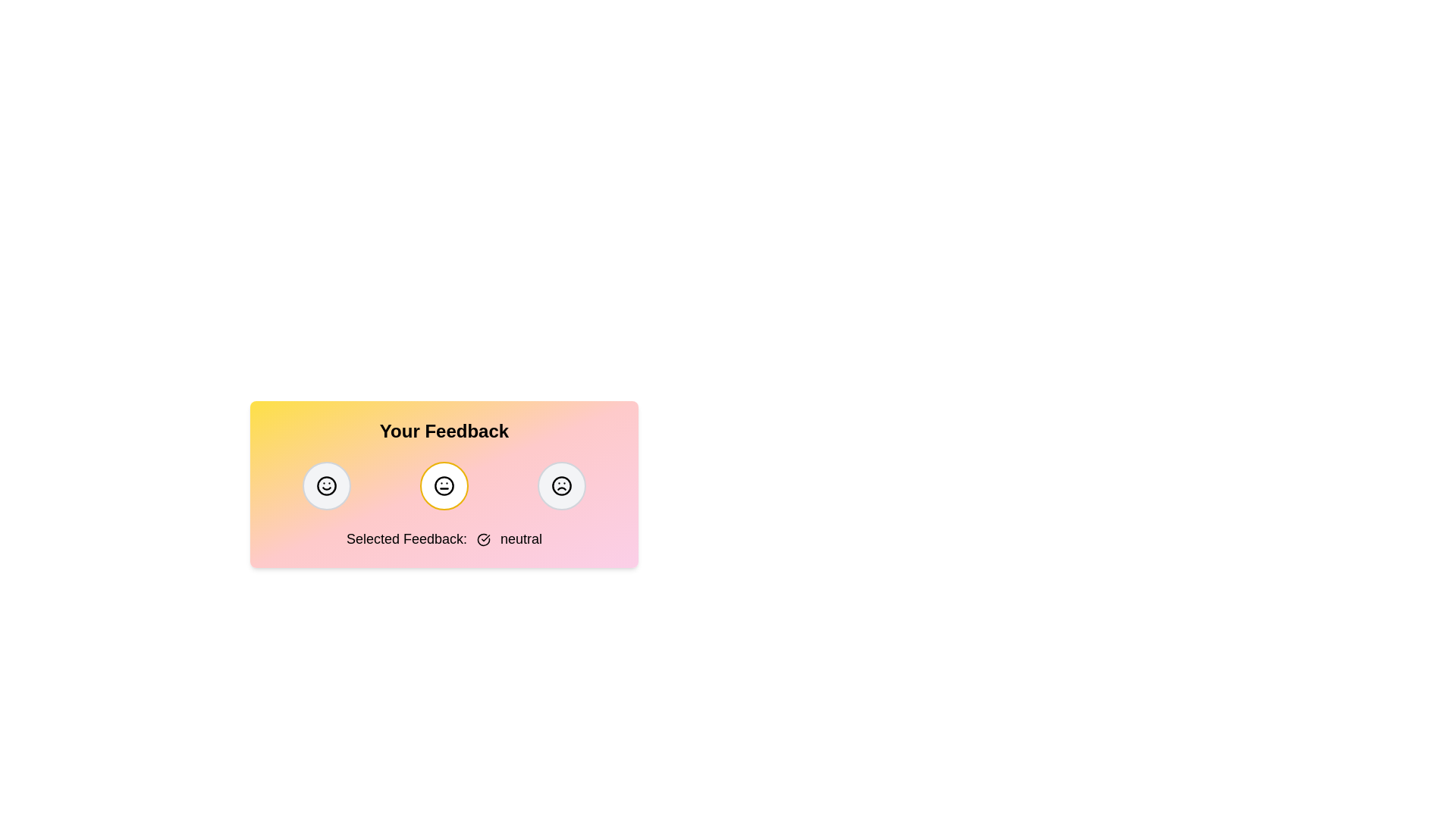  Describe the element at coordinates (443, 485) in the screenshot. I see `the feedback button corresponding to neutral` at that location.